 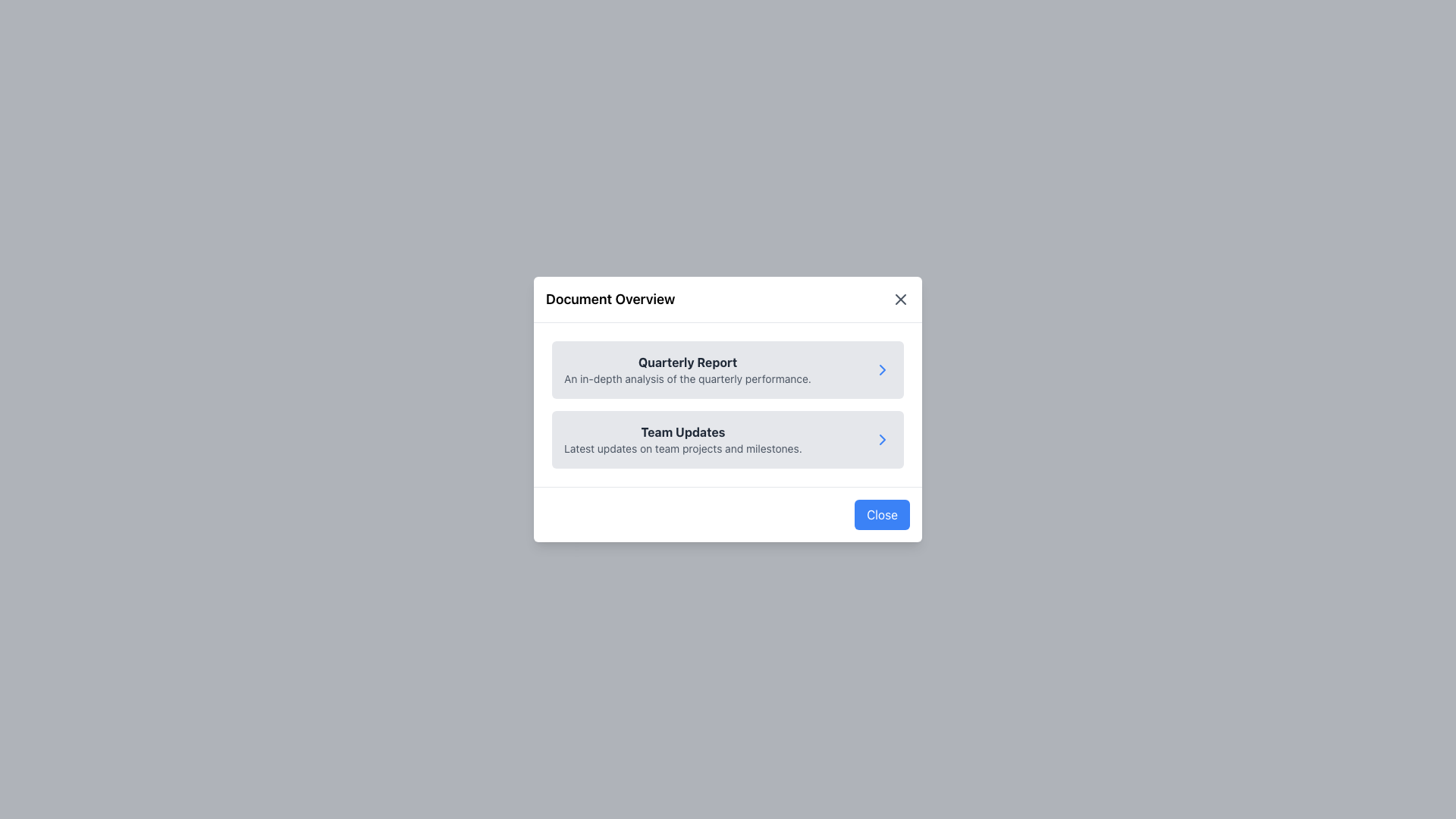 I want to click on the rightward-pointing chevron arrow in the 'Quarterly Report' section of the 'Document Overview' panel, so click(x=882, y=370).